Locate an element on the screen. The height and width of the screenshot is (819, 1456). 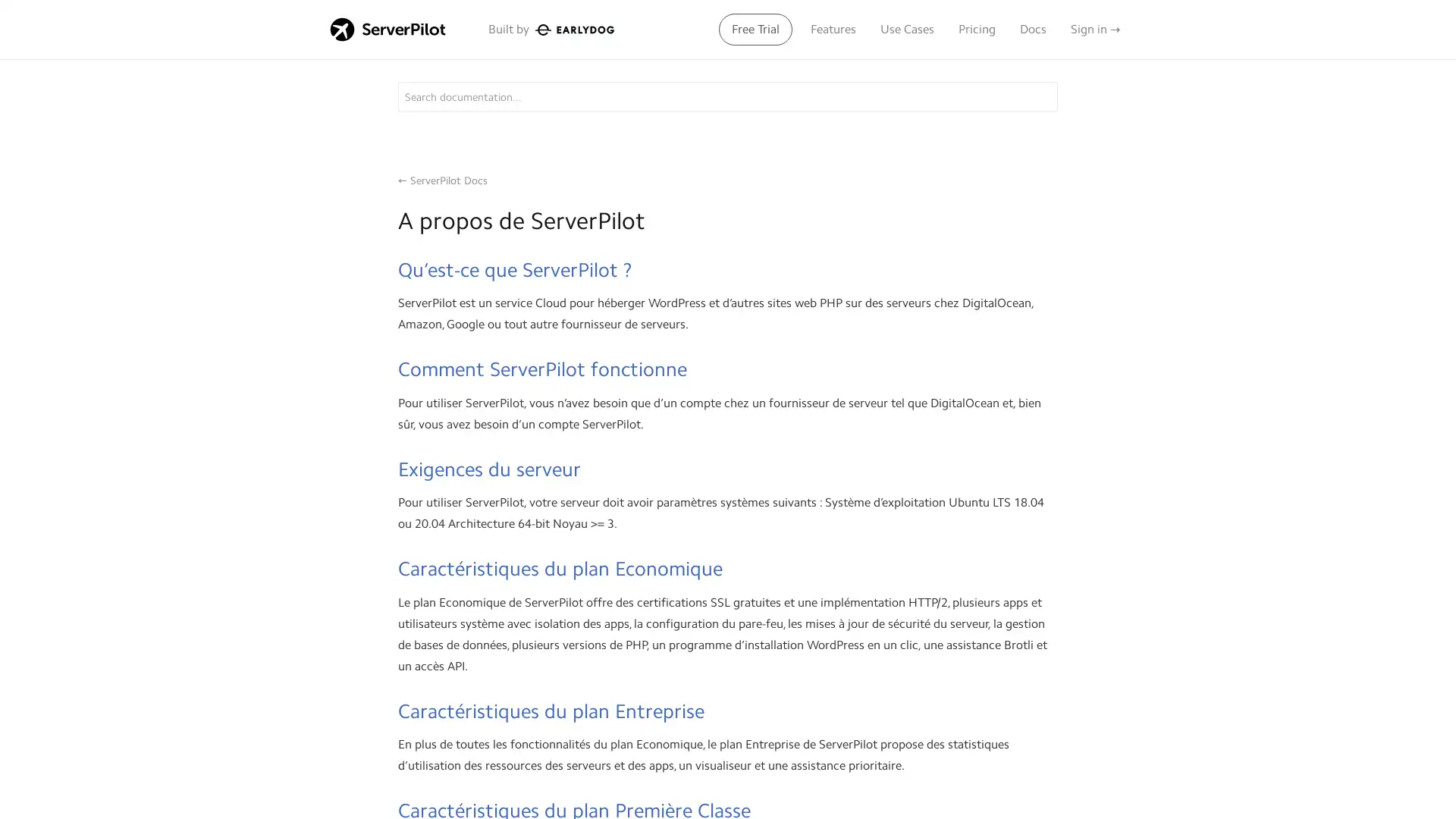
Docs is located at coordinates (1032, 29).